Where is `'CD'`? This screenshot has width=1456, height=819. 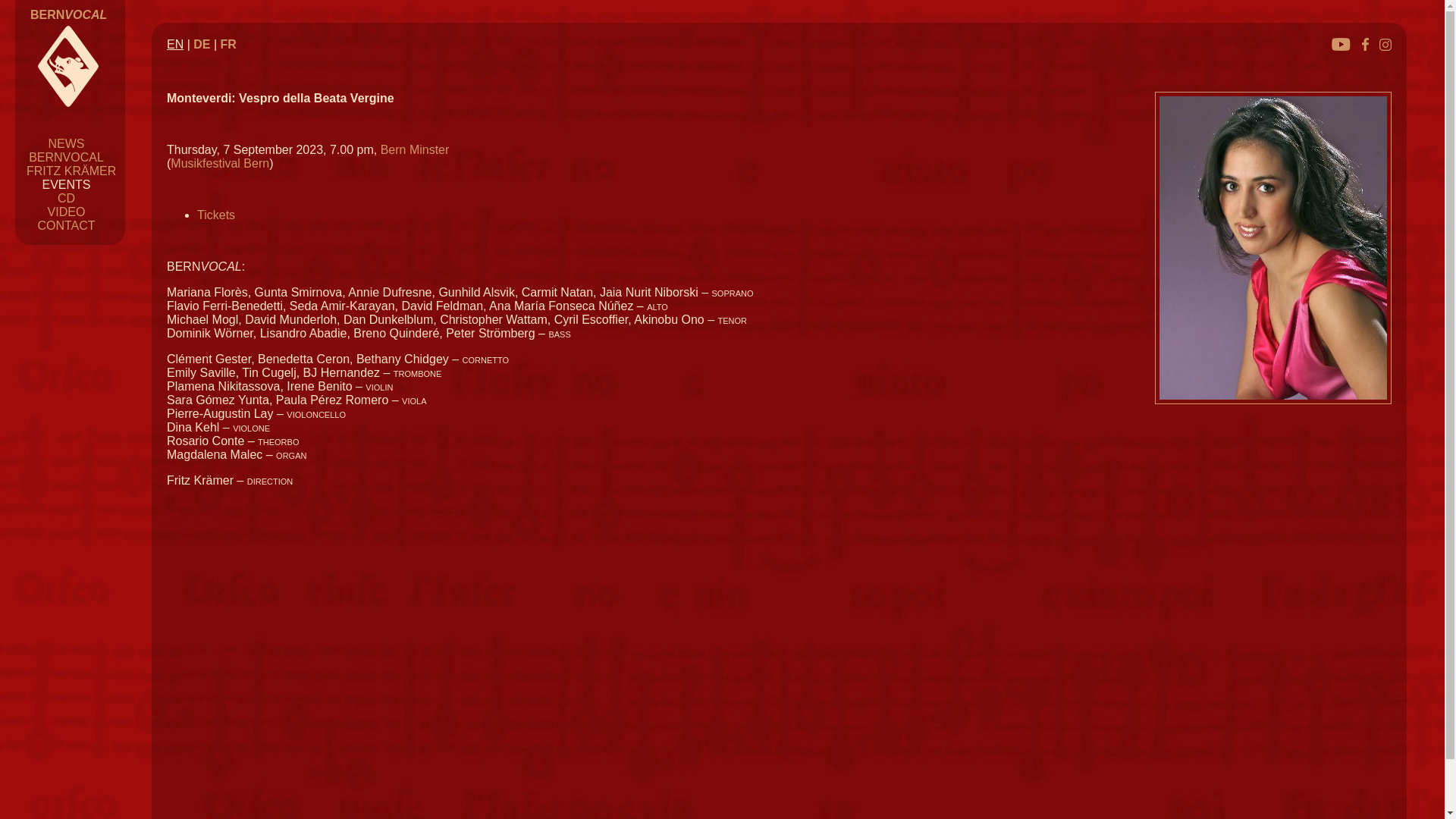 'CD' is located at coordinates (58, 197).